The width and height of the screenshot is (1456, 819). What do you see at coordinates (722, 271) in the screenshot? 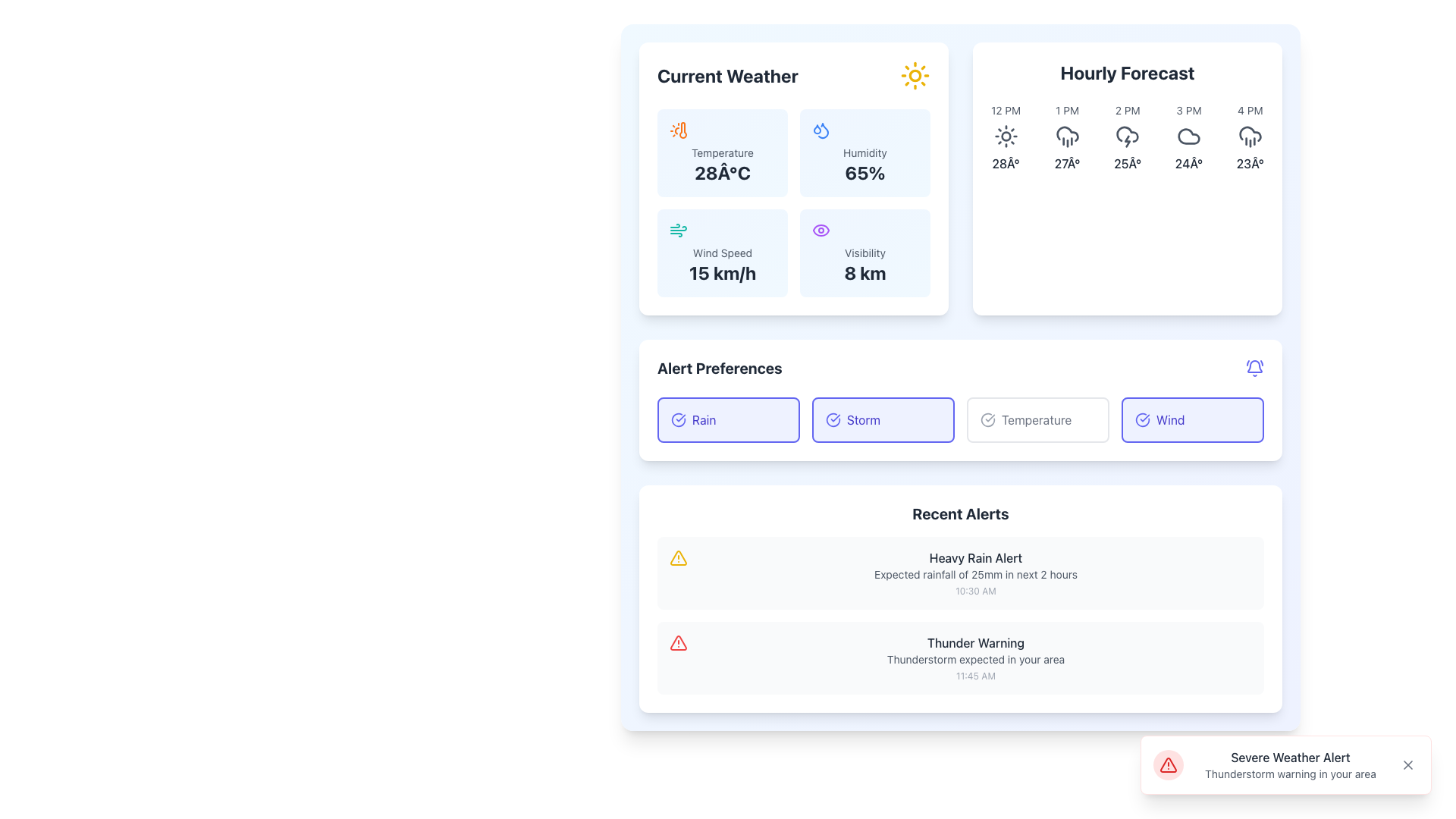
I see `the Text display that shows the current wind speed in kilometers per hour` at bounding box center [722, 271].